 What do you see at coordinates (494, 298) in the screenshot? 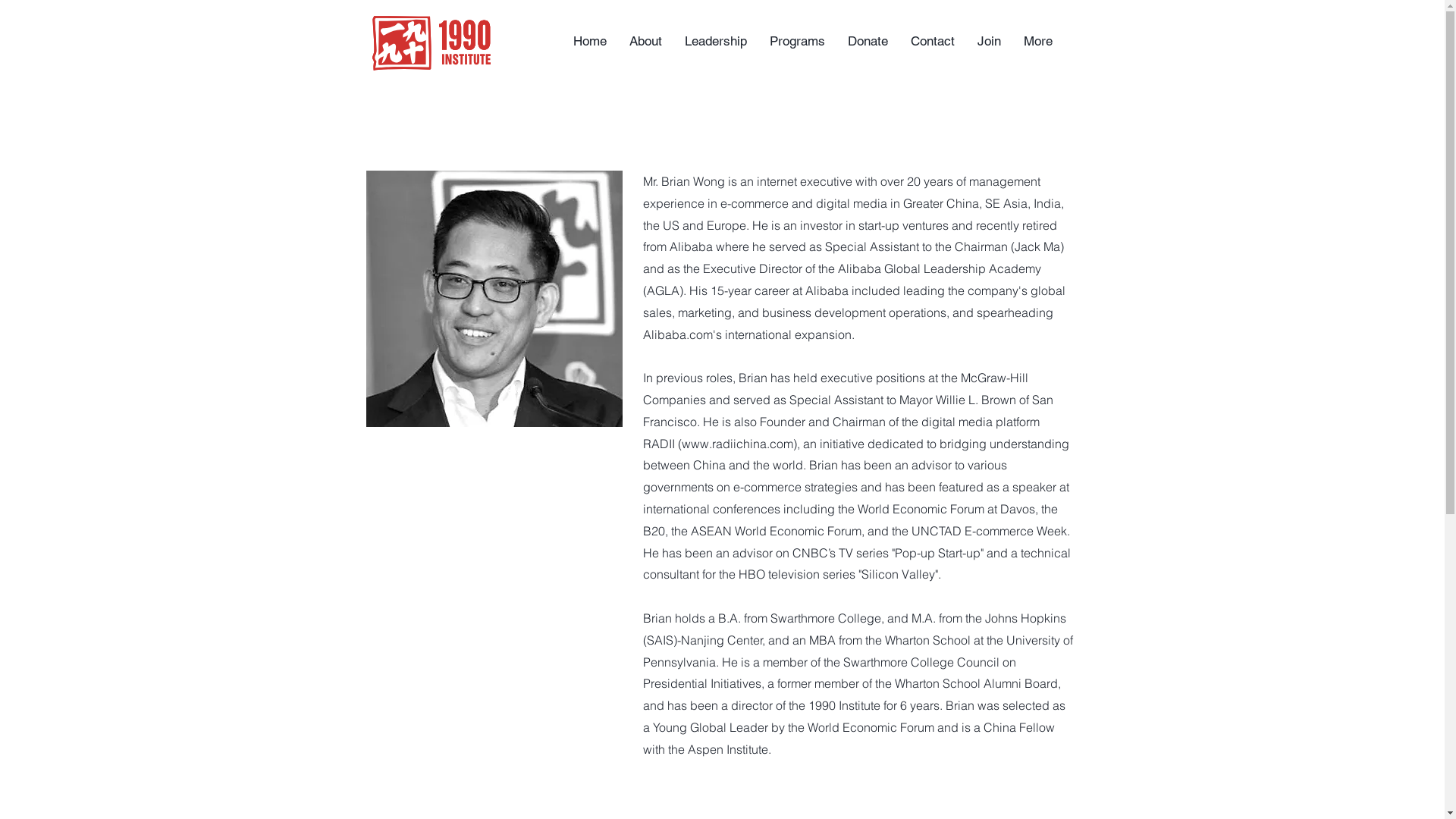
I see `'brian wong_edited.jpg'` at bounding box center [494, 298].